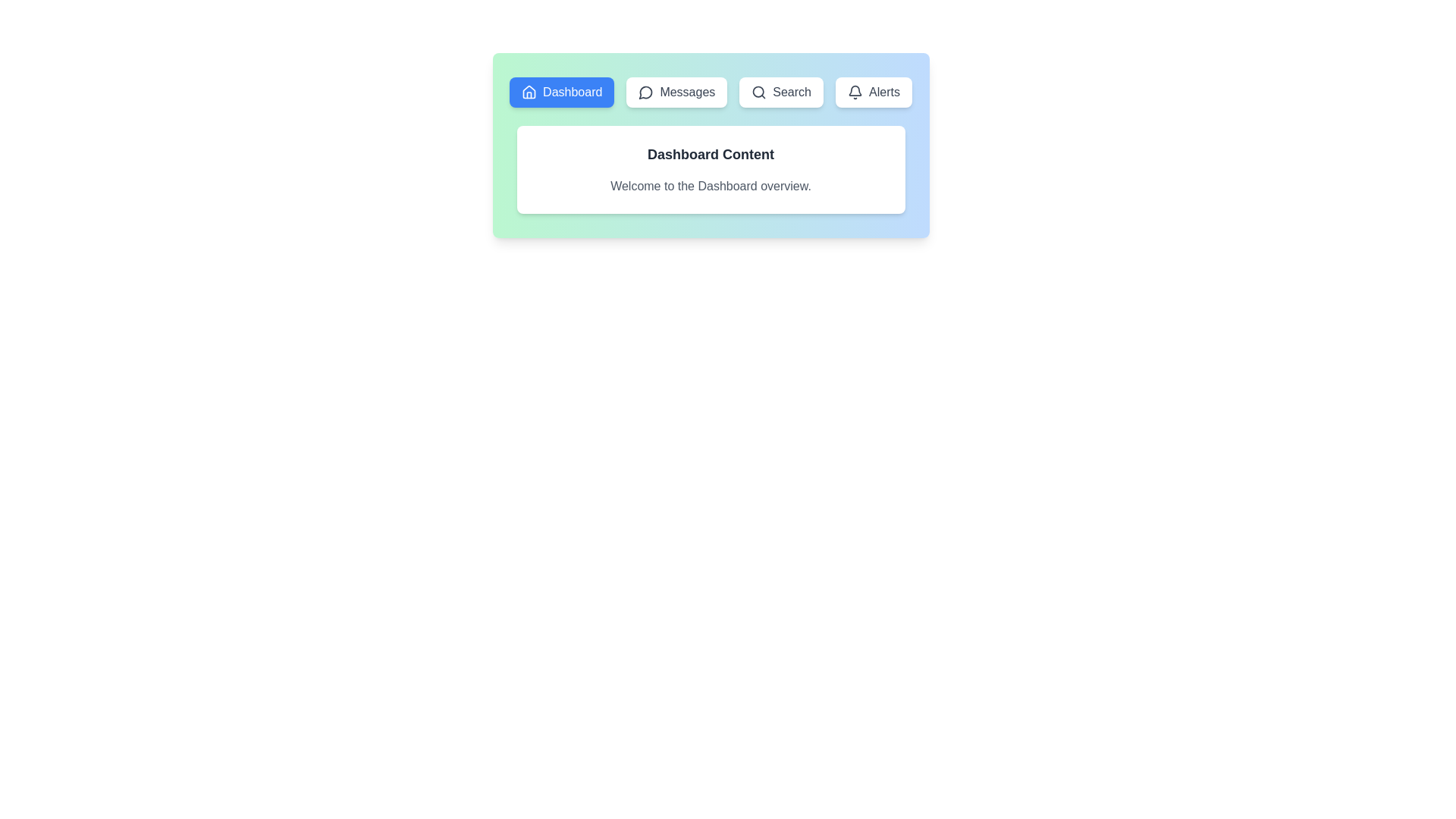  Describe the element at coordinates (874, 93) in the screenshot. I see `the tab labeled Alerts` at that location.